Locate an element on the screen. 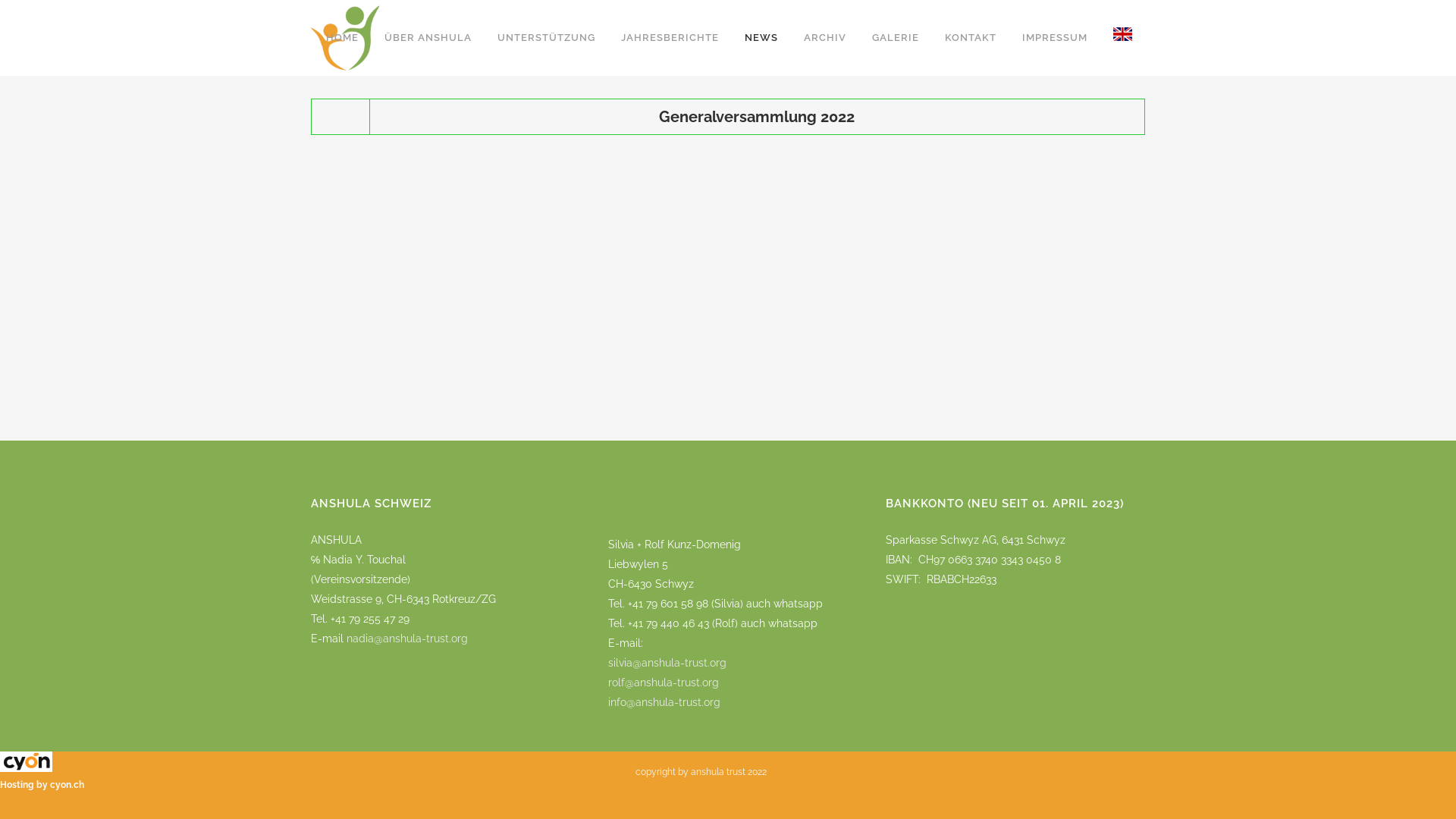 Image resolution: width=1456 pixels, height=819 pixels. 'silvia@anshula-trust.org' is located at coordinates (667, 662).